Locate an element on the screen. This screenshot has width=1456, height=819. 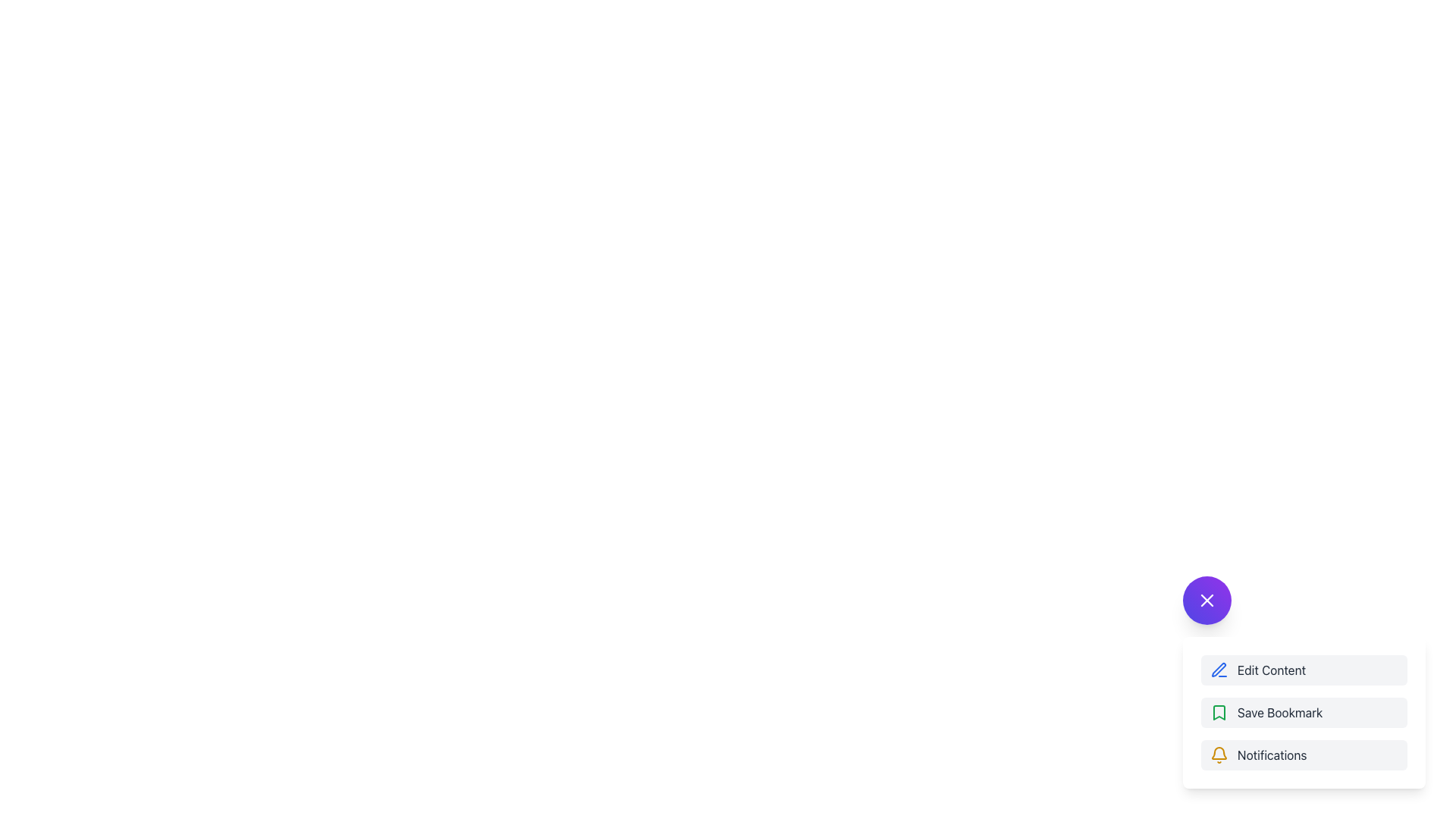
the 'X' icon located inside a circular button with a purple gradient background in the bottom-right region of the interface is located at coordinates (1207, 599).